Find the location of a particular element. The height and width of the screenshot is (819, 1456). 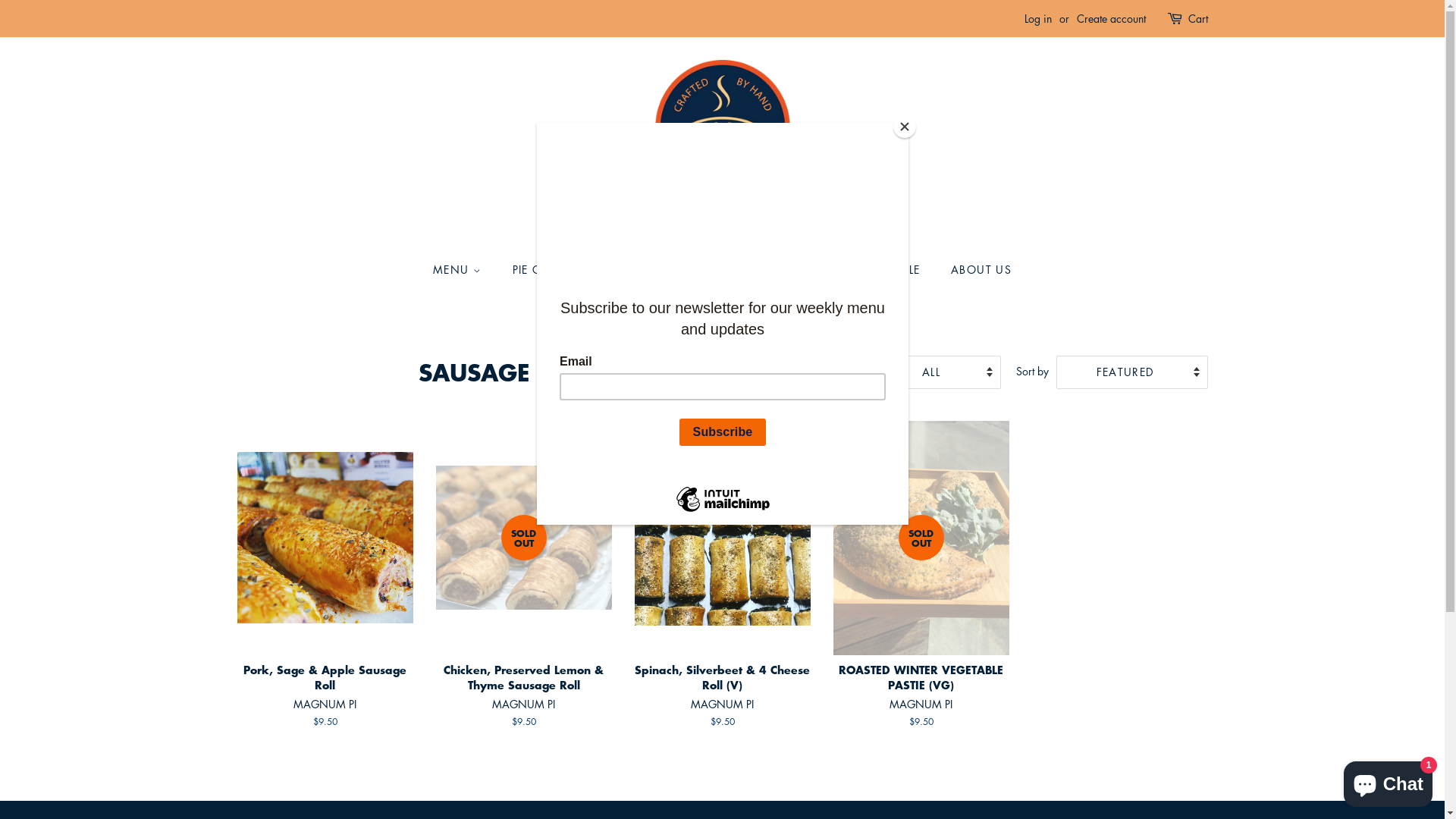

'Log in' is located at coordinates (1023, 17).